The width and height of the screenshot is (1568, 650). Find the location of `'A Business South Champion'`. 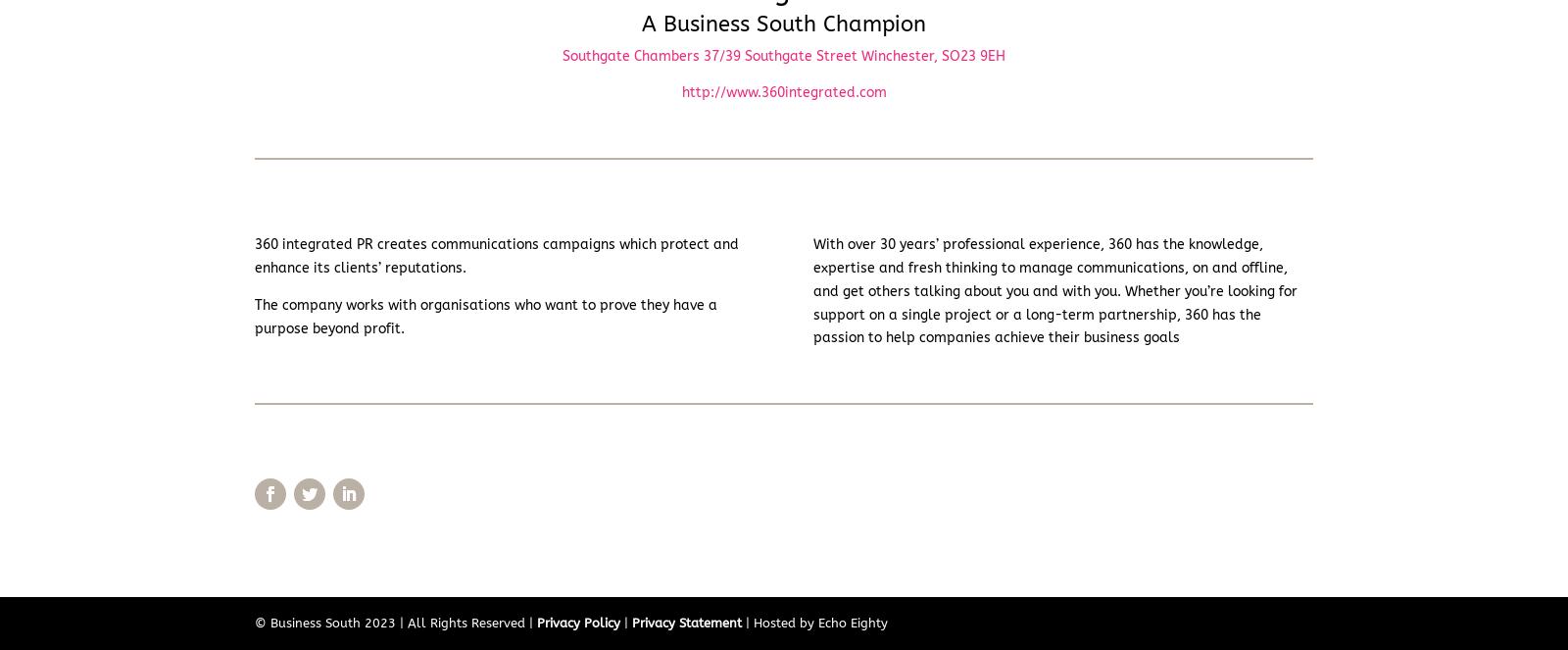

'A Business South Champion' is located at coordinates (642, 24).